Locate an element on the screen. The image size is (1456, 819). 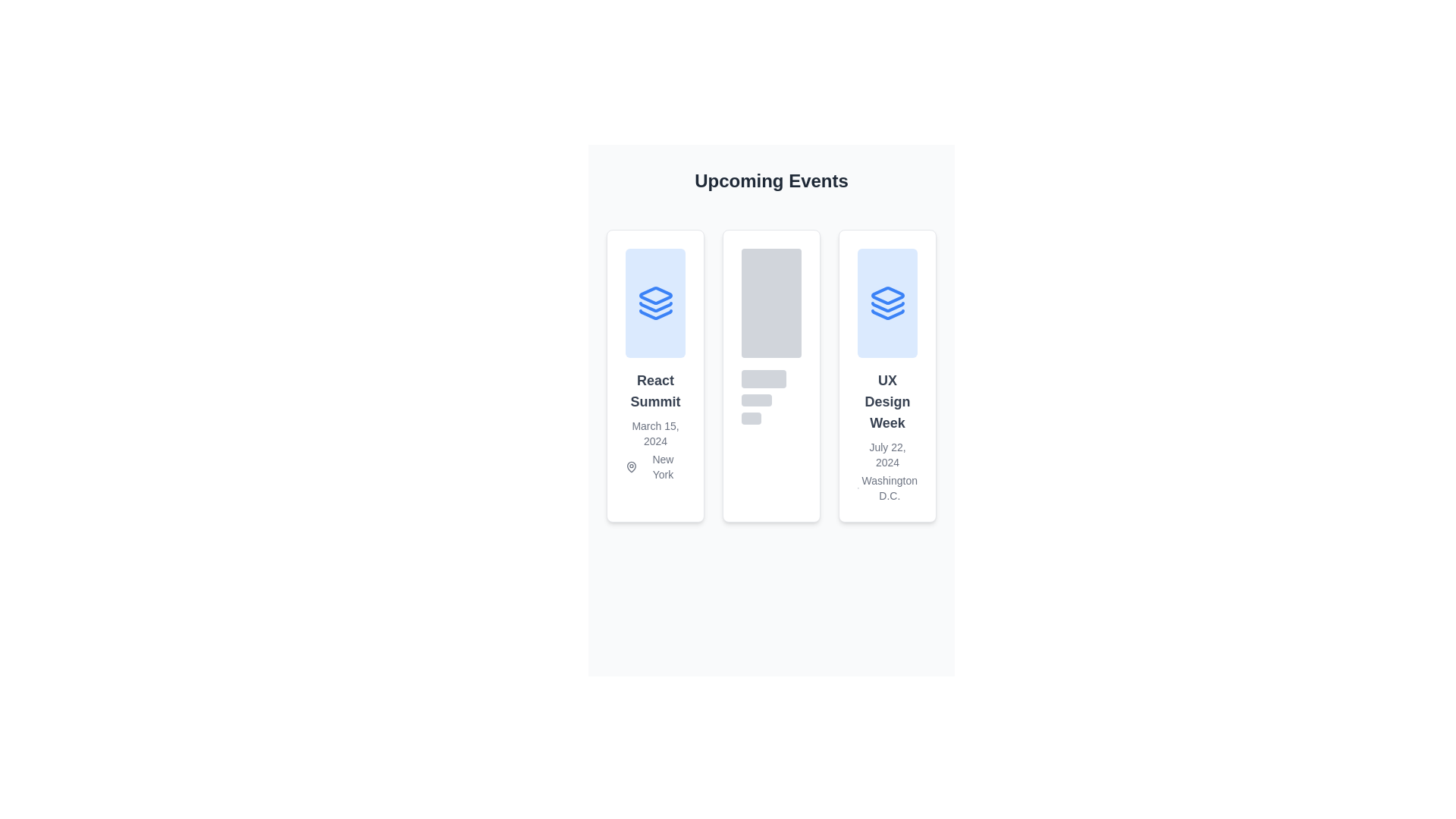
the stack-like icon composed of three blue-layered rectangles with rounded corners, located in the top section of the third card labeled 'UX Design Week' under the 'Upcoming Events' heading is located at coordinates (887, 303).